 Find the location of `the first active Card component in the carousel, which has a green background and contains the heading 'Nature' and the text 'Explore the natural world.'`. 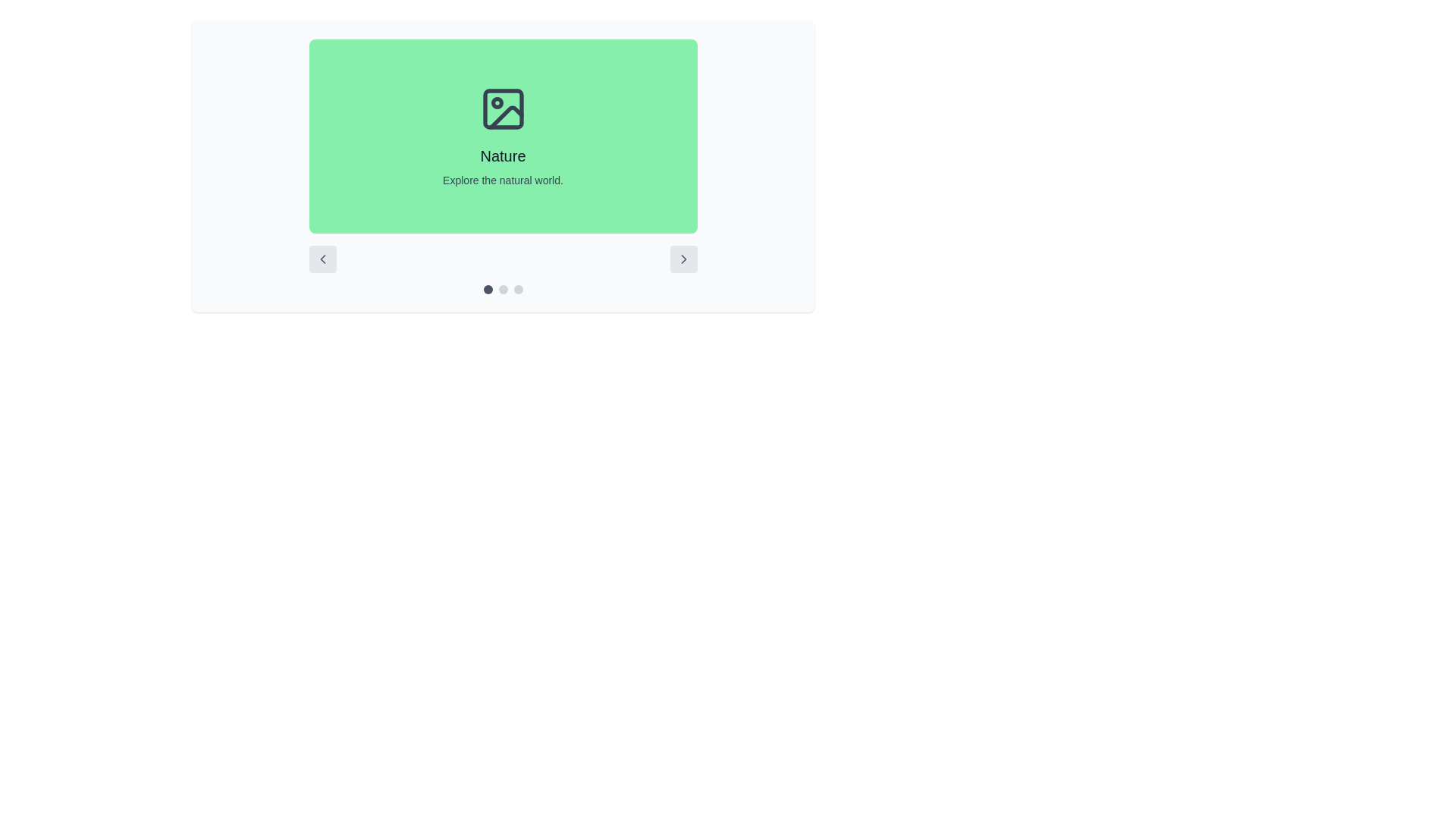

the first active Card component in the carousel, which has a green background and contains the heading 'Nature' and the text 'Explore the natural world.' is located at coordinates (503, 136).